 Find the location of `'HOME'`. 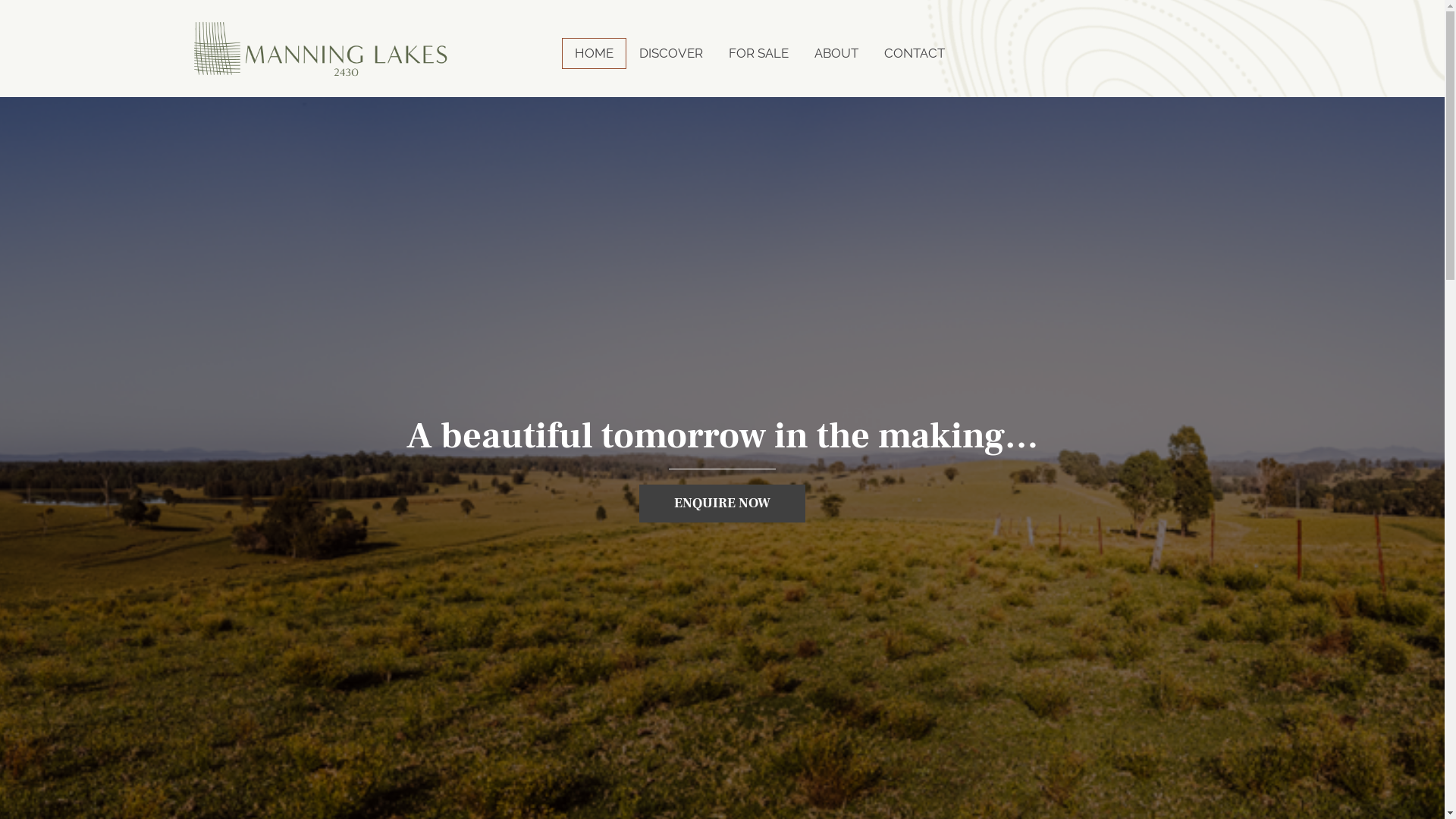

'HOME' is located at coordinates (593, 52).